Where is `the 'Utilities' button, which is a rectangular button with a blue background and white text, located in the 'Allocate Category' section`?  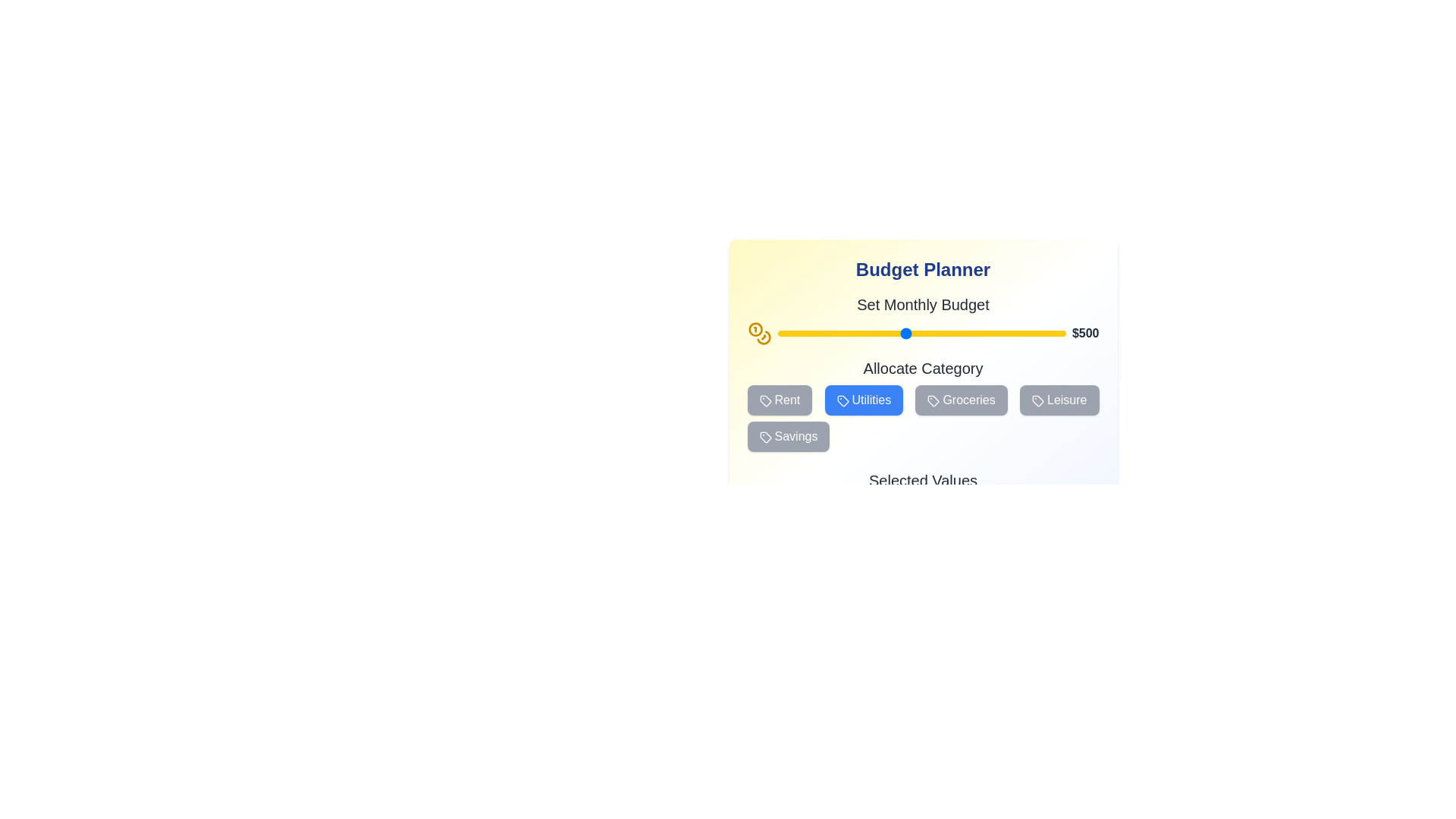
the 'Utilities' button, which is a rectangular button with a blue background and white text, located in the 'Allocate Category' section is located at coordinates (864, 400).